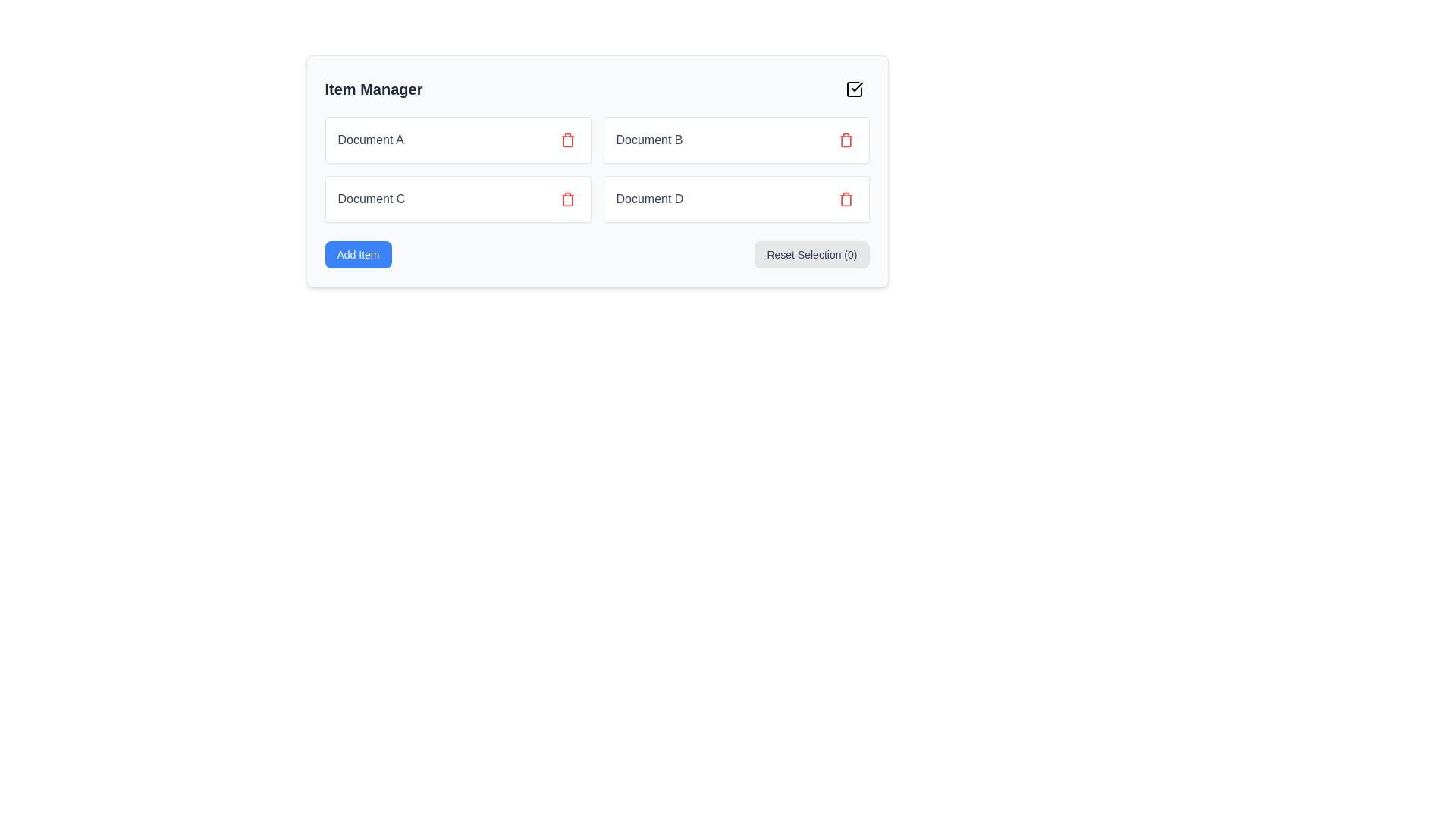  Describe the element at coordinates (566, 198) in the screenshot. I see `the small square button with a red border and a trash can icon located to the right of the text 'Document C'` at that location.